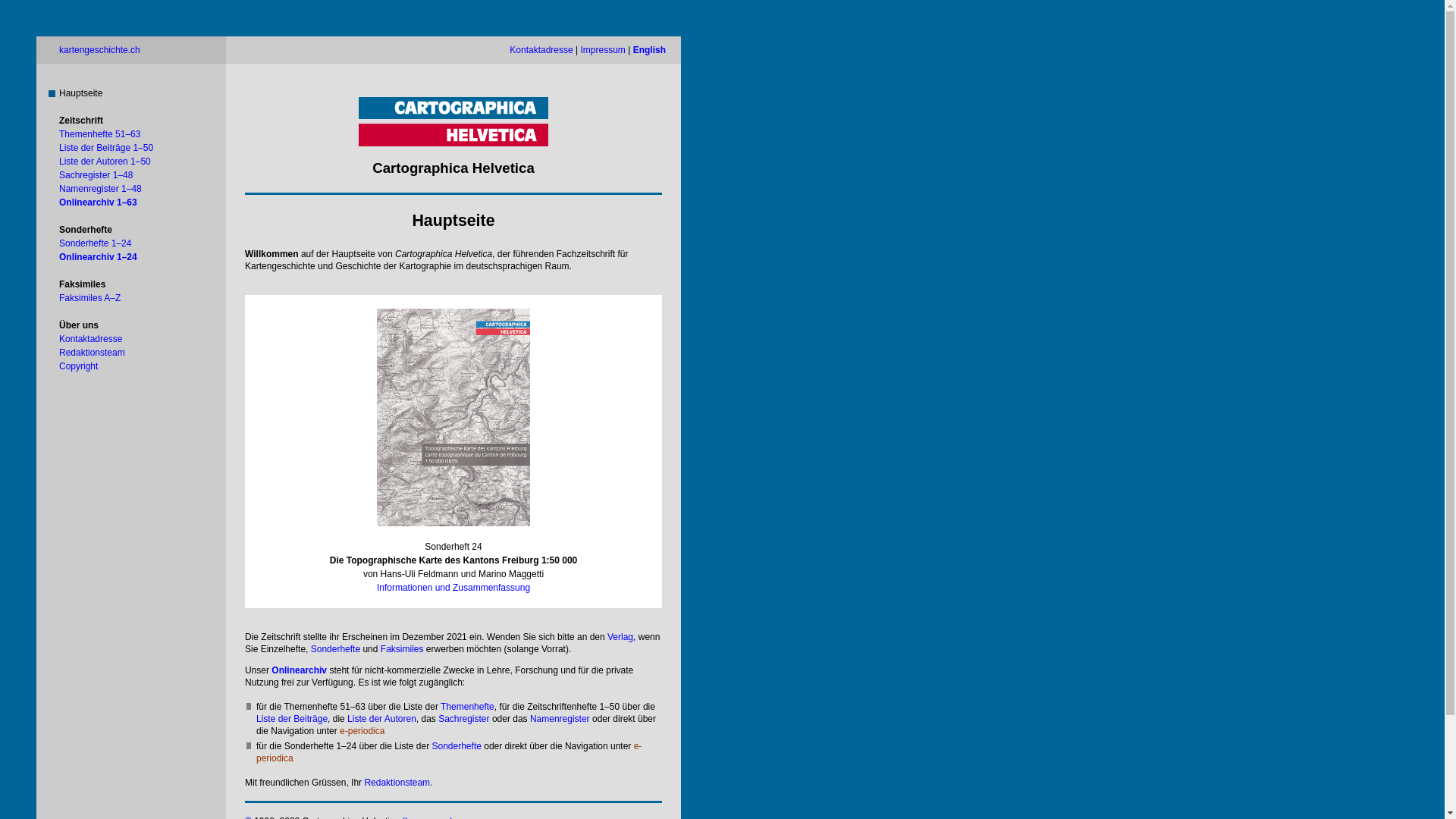 The height and width of the screenshot is (819, 1456). I want to click on 'Sachregister', so click(463, 718).